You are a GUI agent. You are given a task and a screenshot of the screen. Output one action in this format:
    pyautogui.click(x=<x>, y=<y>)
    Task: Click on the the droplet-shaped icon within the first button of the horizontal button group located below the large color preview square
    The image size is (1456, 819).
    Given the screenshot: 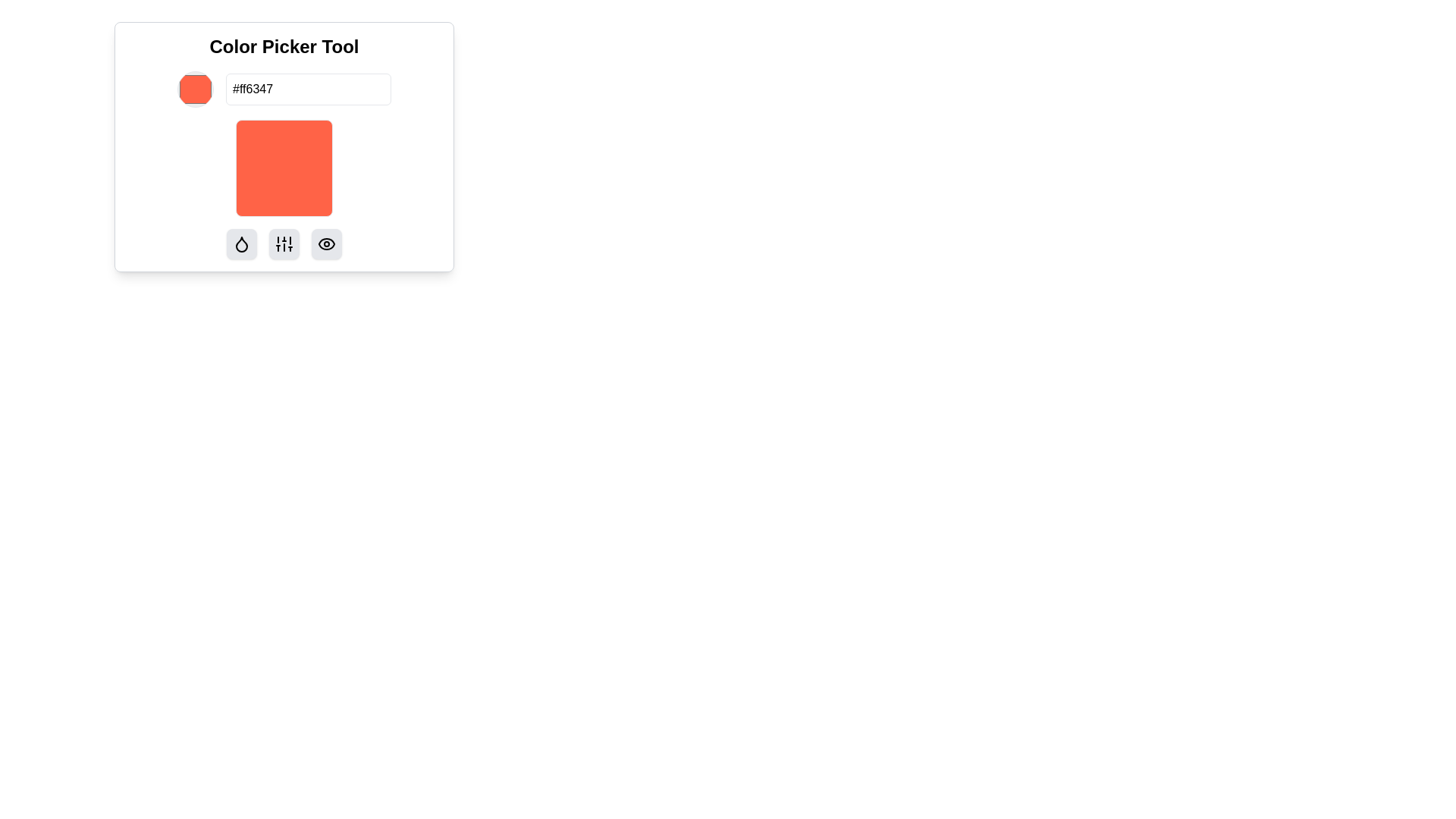 What is the action you would take?
    pyautogui.click(x=240, y=243)
    